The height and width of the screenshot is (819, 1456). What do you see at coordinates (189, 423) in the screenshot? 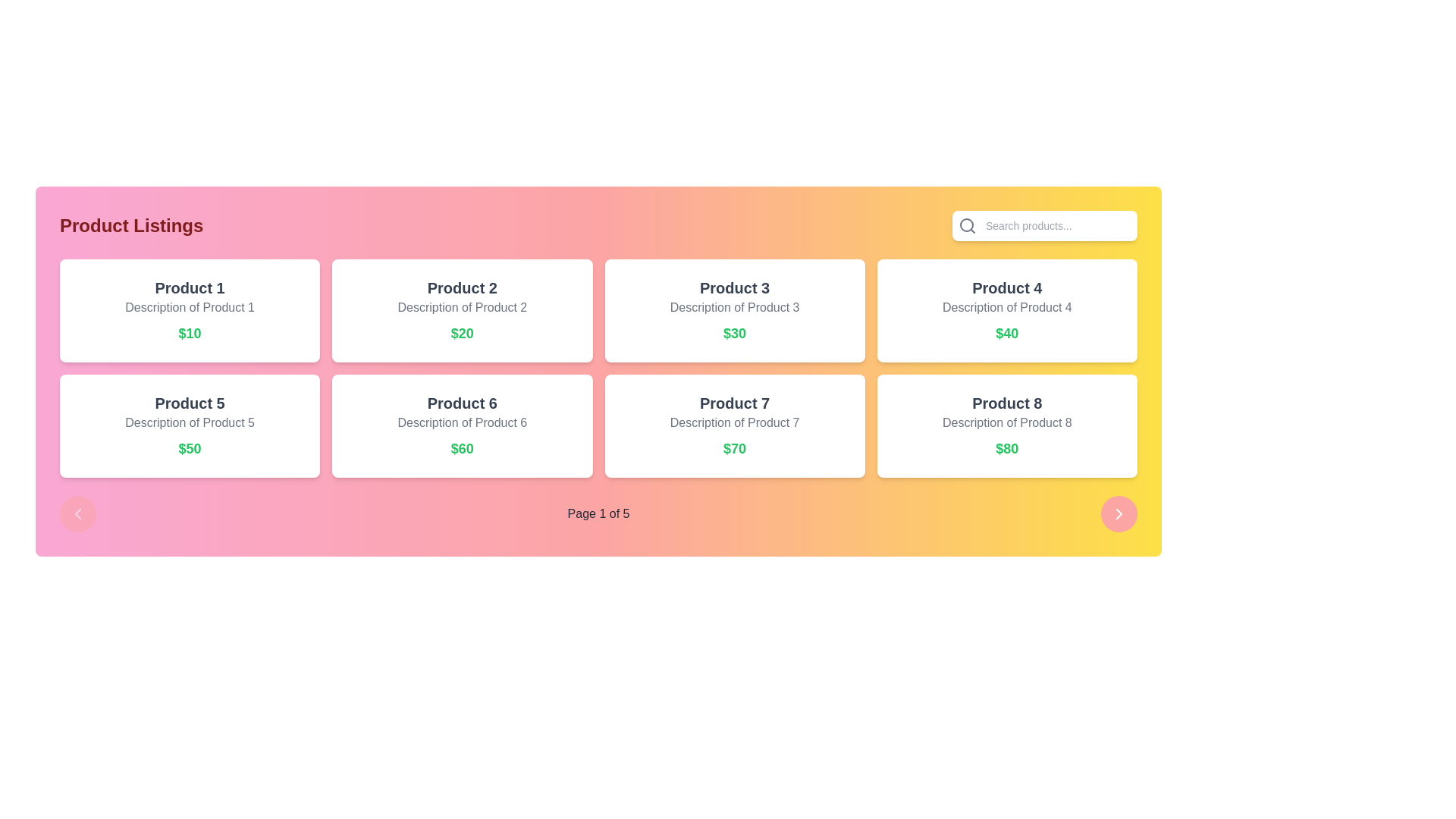
I see `the text label displaying 'Description of Product 5', which is located below the title 'Product 5' in the product listing grid` at bounding box center [189, 423].